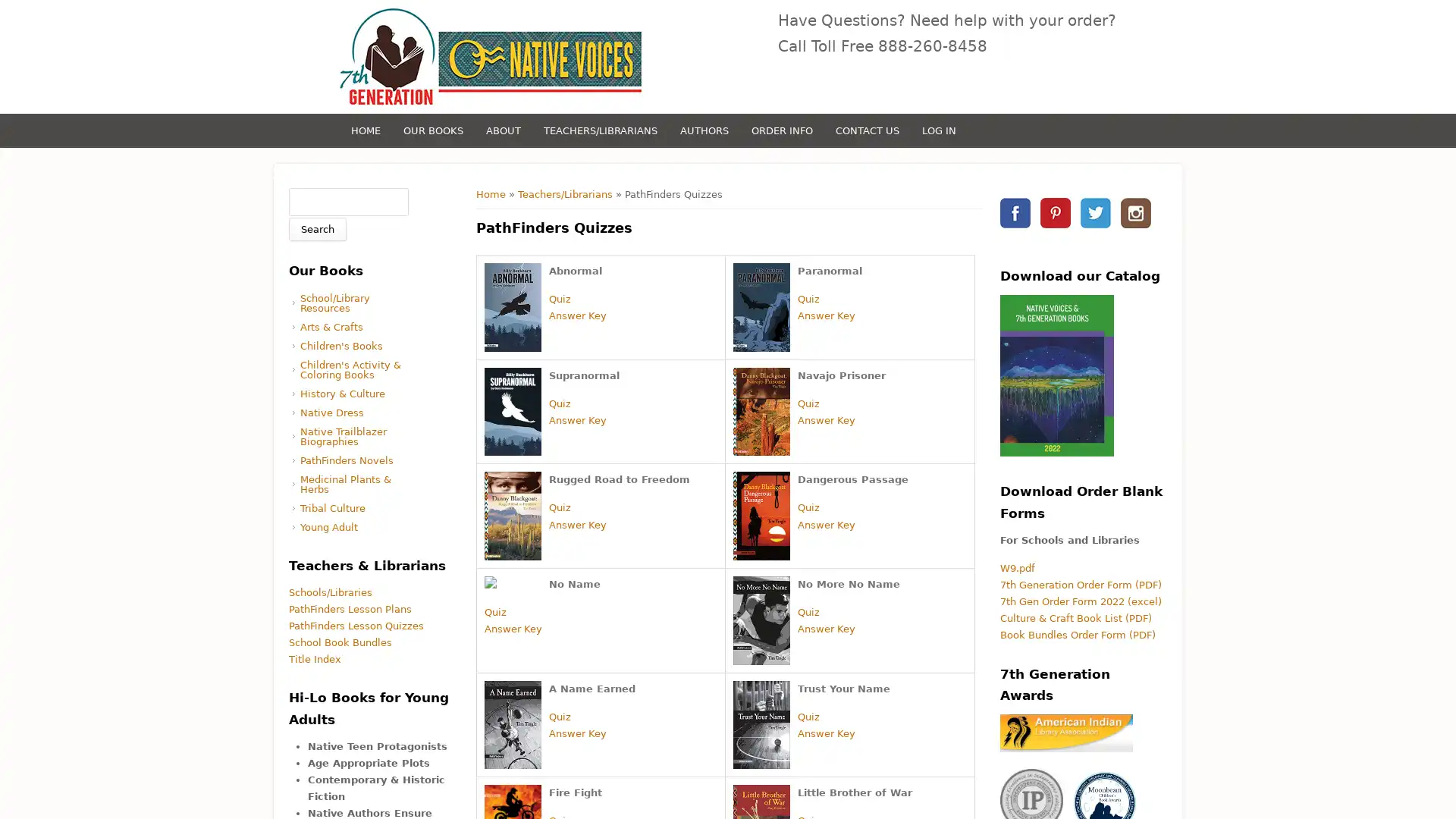 The width and height of the screenshot is (1456, 819). What do you see at coordinates (316, 229) in the screenshot?
I see `Search` at bounding box center [316, 229].